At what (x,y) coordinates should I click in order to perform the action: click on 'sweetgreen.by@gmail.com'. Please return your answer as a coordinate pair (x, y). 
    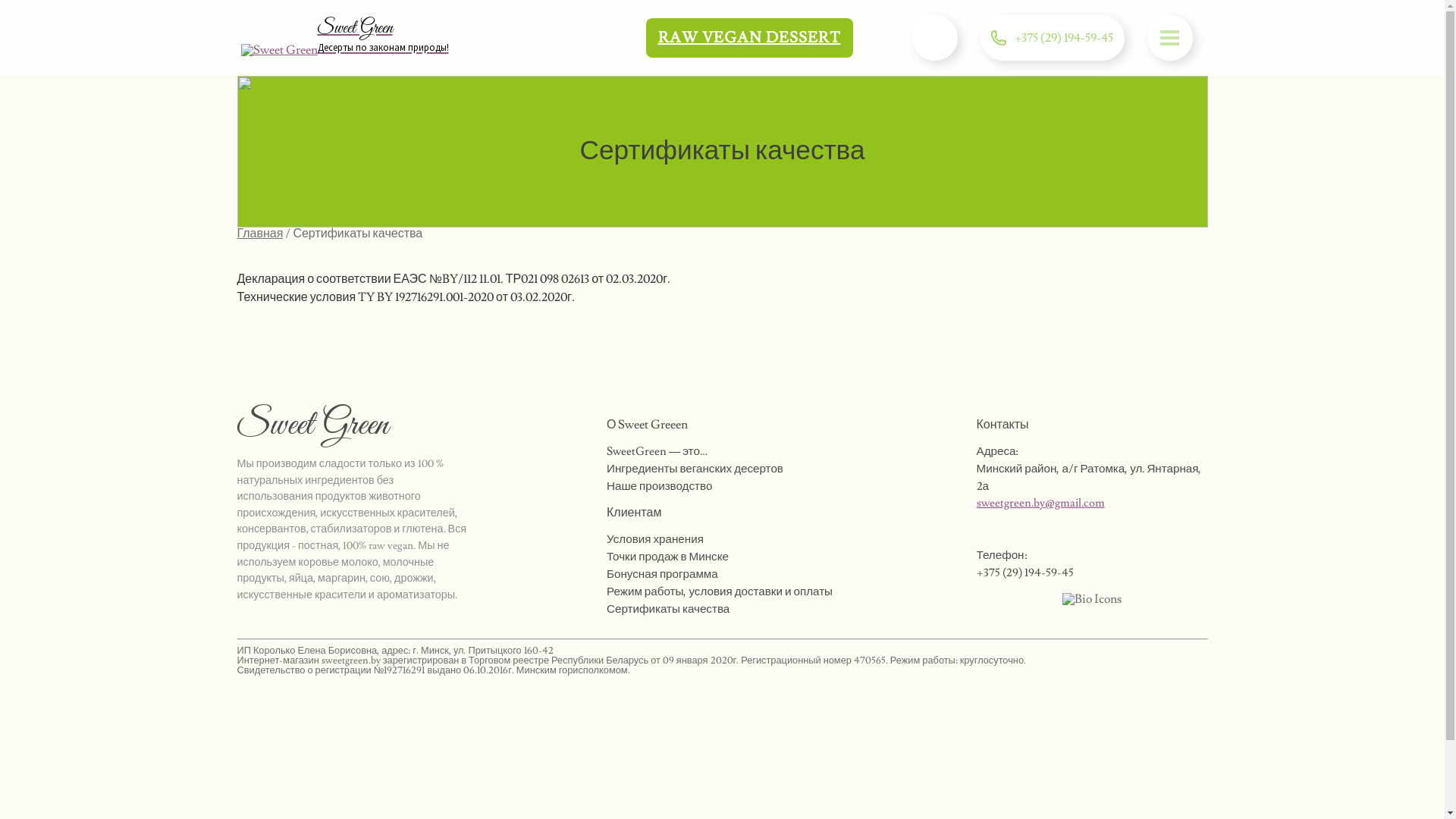
    Looking at the image, I should click on (1040, 503).